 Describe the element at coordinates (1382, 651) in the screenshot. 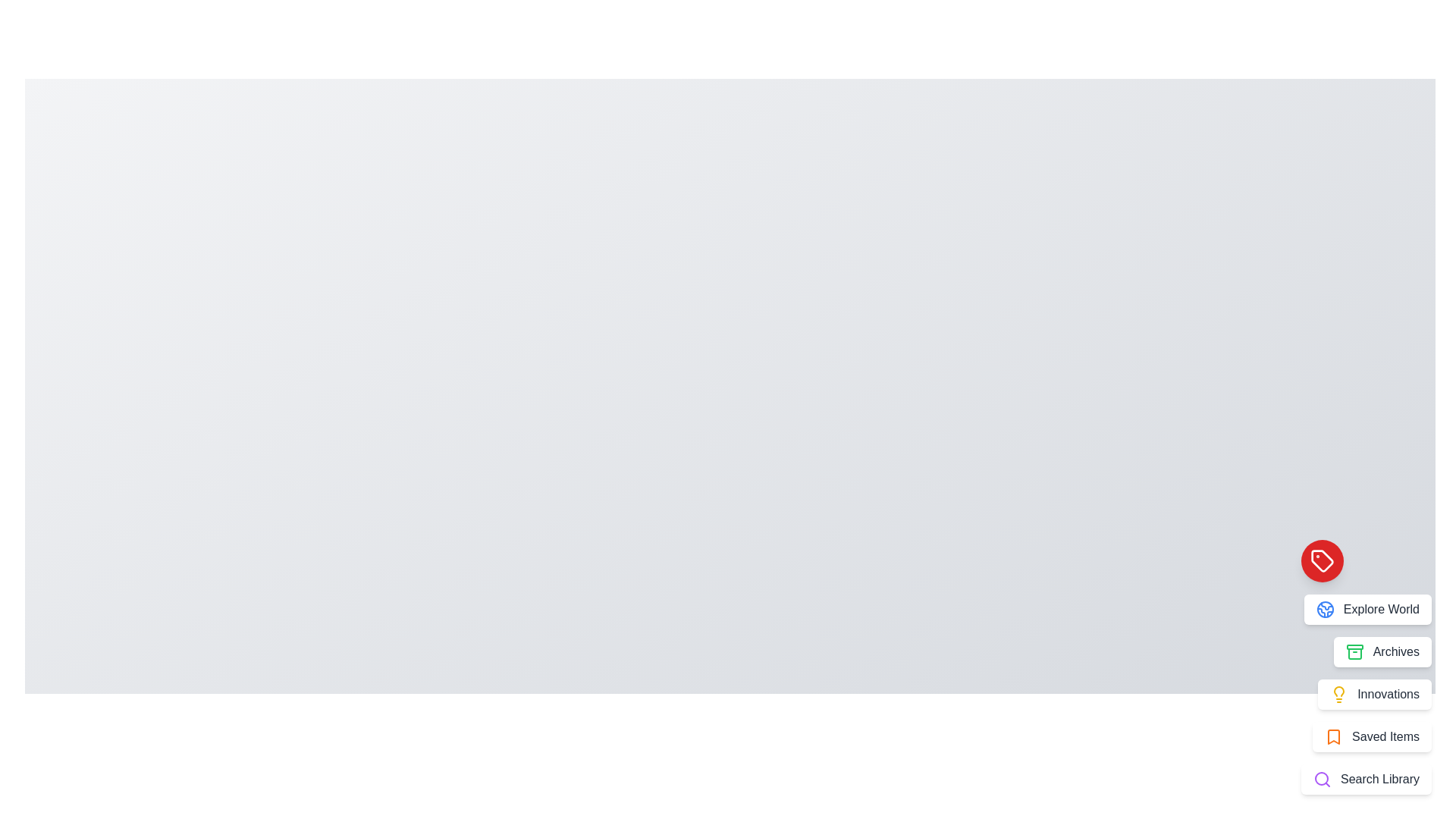

I see `the menu item labeled 'Archives' to observe its hover effect` at that location.